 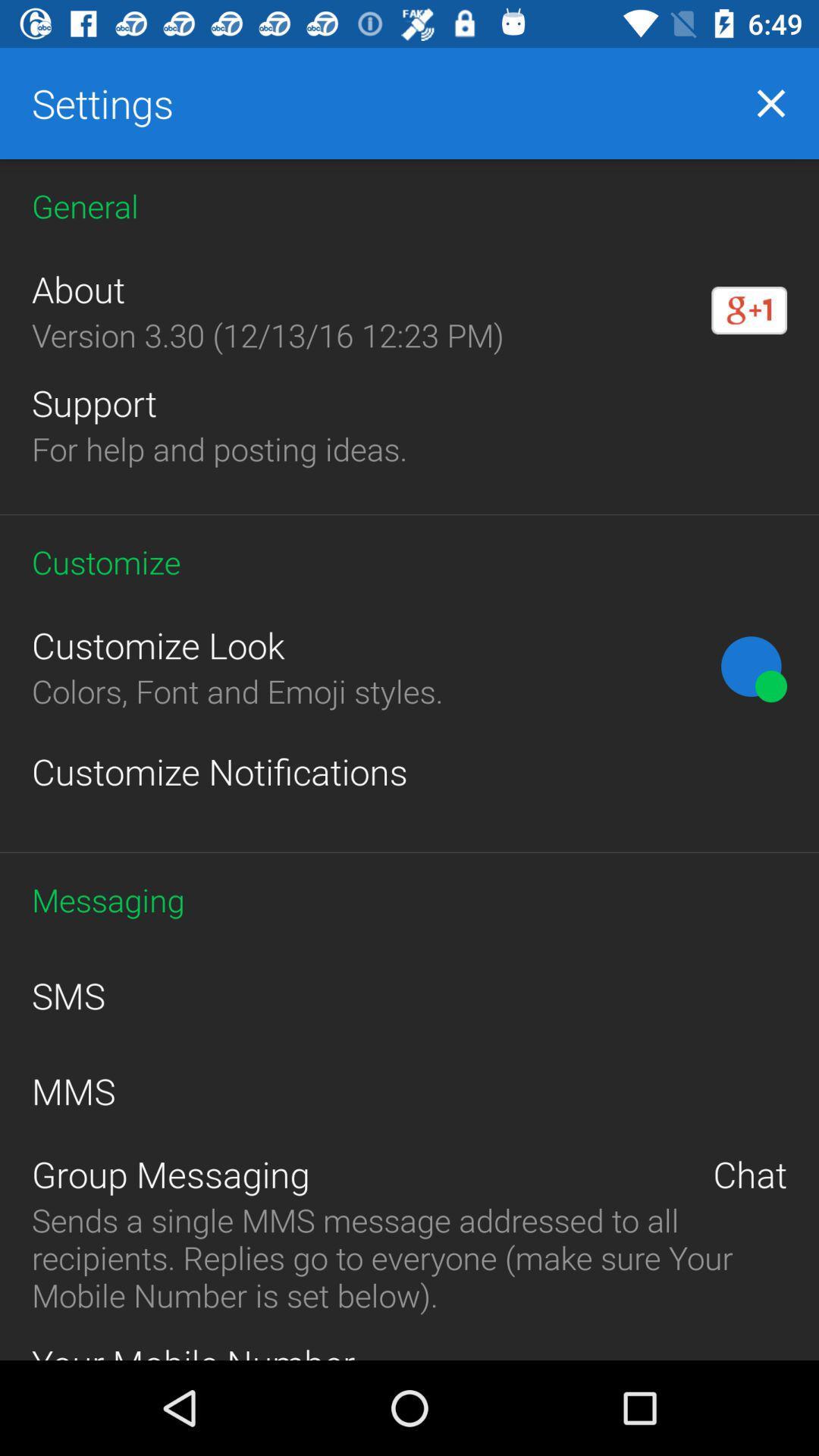 I want to click on icon to the right of the settings icon, so click(x=771, y=102).